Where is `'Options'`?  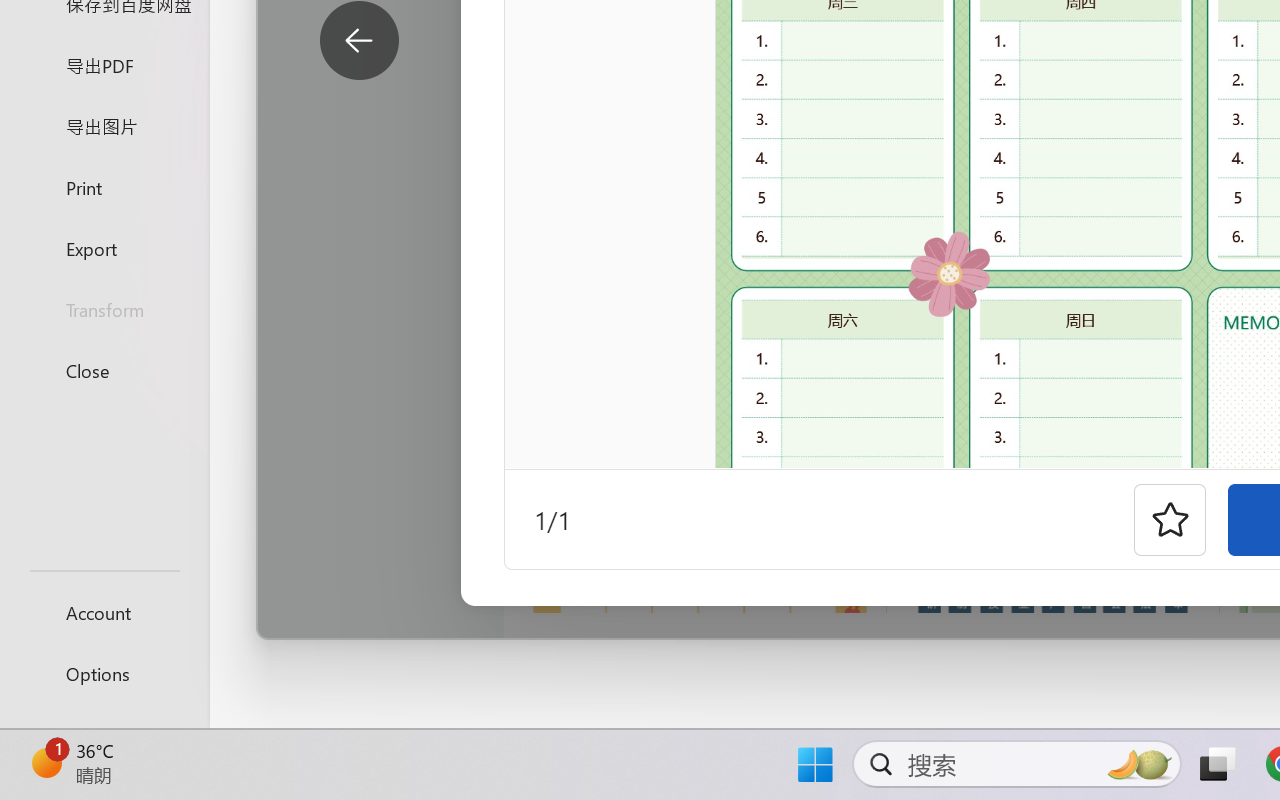
'Options' is located at coordinates (103, 673).